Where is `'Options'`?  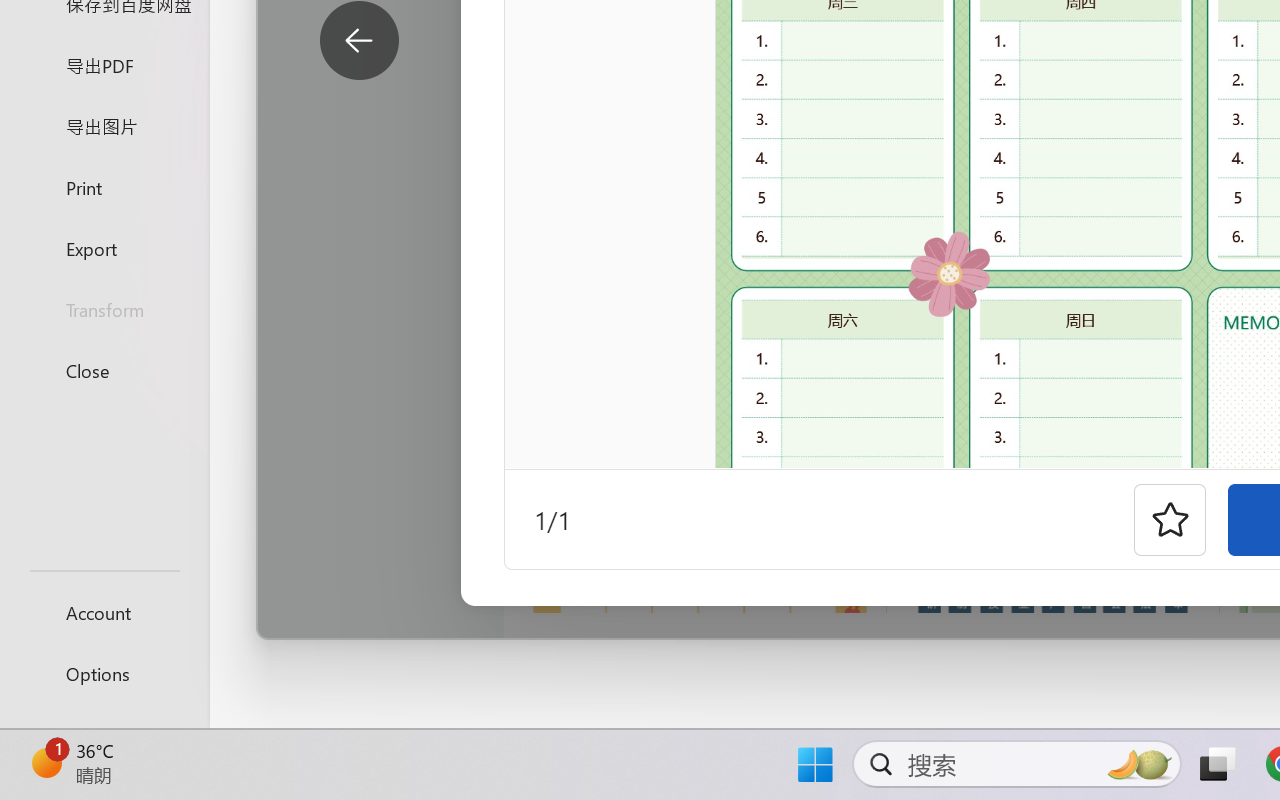
'Options' is located at coordinates (103, 673).